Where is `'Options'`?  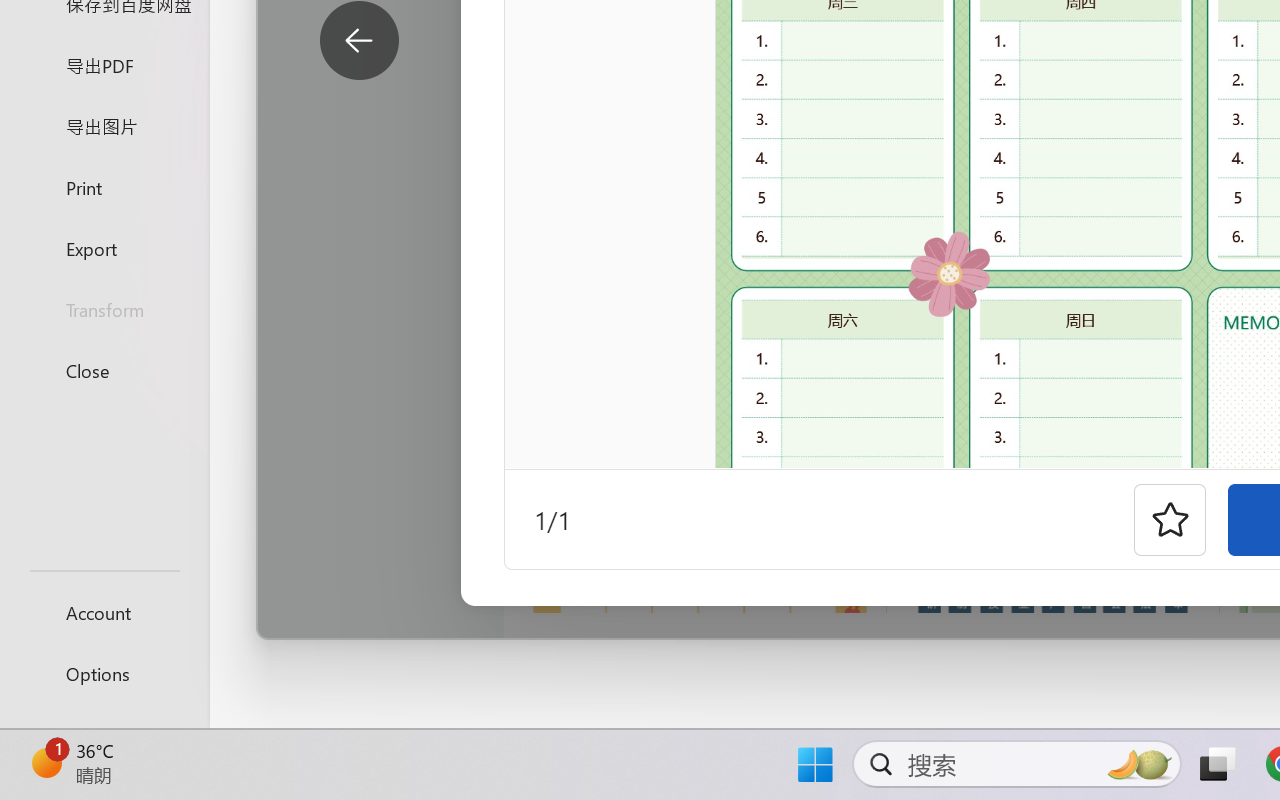
'Options' is located at coordinates (103, 673).